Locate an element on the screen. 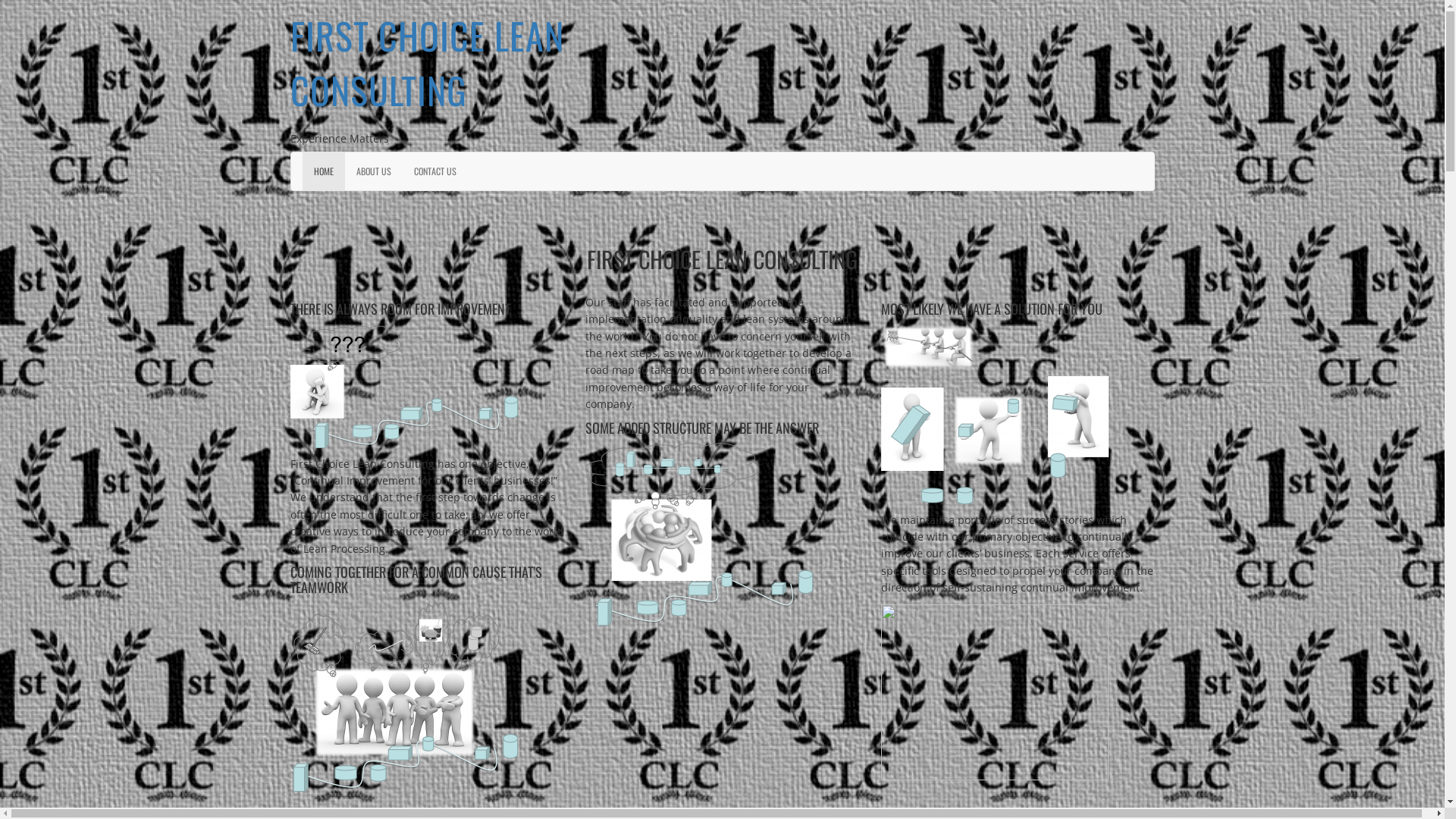  'CONTACT US' is located at coordinates (433, 171).